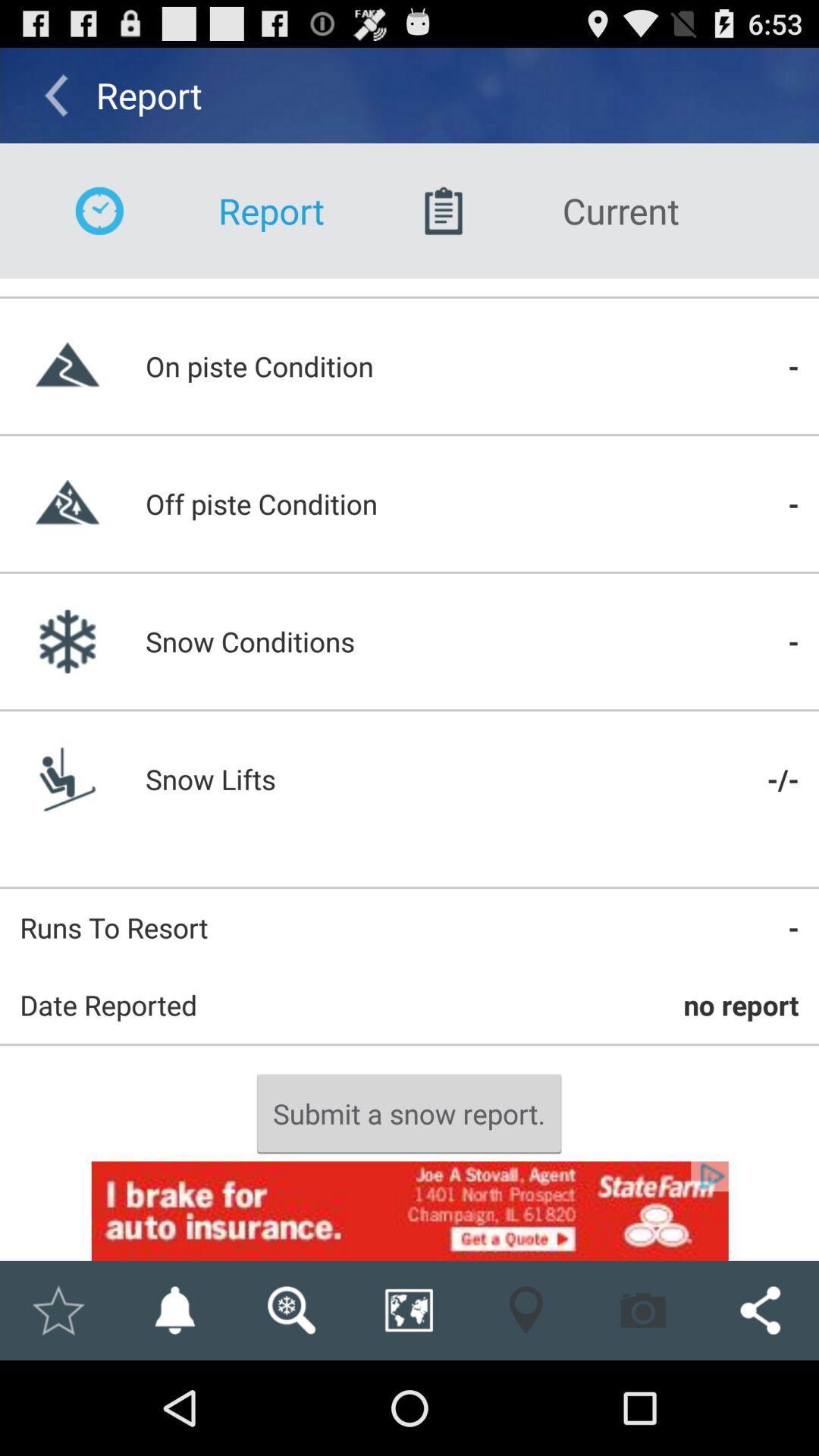 The height and width of the screenshot is (1456, 819). Describe the element at coordinates (57, 1310) in the screenshot. I see `home page` at that location.